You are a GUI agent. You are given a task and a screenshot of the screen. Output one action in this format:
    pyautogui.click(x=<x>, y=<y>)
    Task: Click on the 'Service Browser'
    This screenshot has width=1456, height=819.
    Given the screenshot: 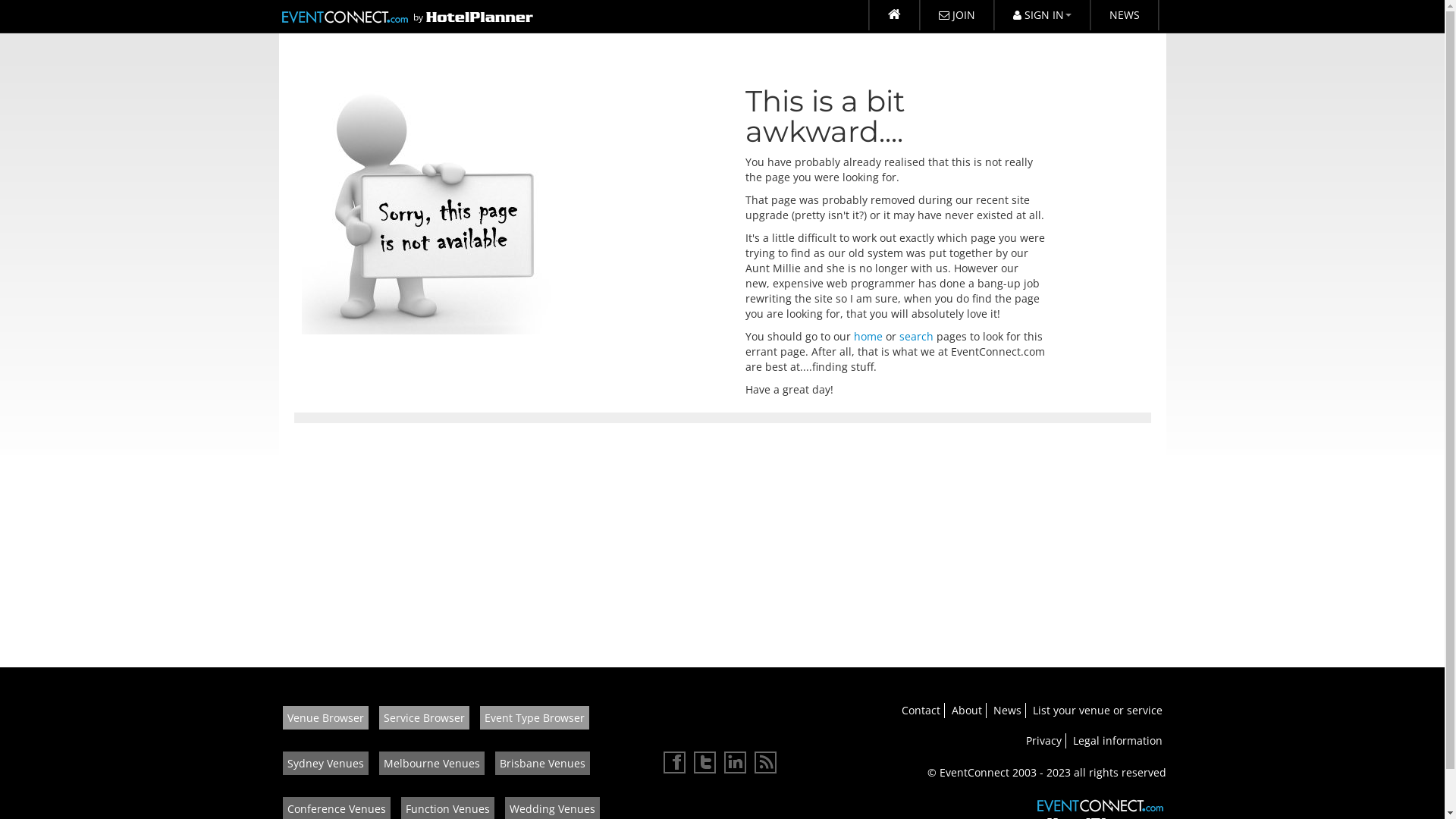 What is the action you would take?
    pyautogui.click(x=424, y=717)
    